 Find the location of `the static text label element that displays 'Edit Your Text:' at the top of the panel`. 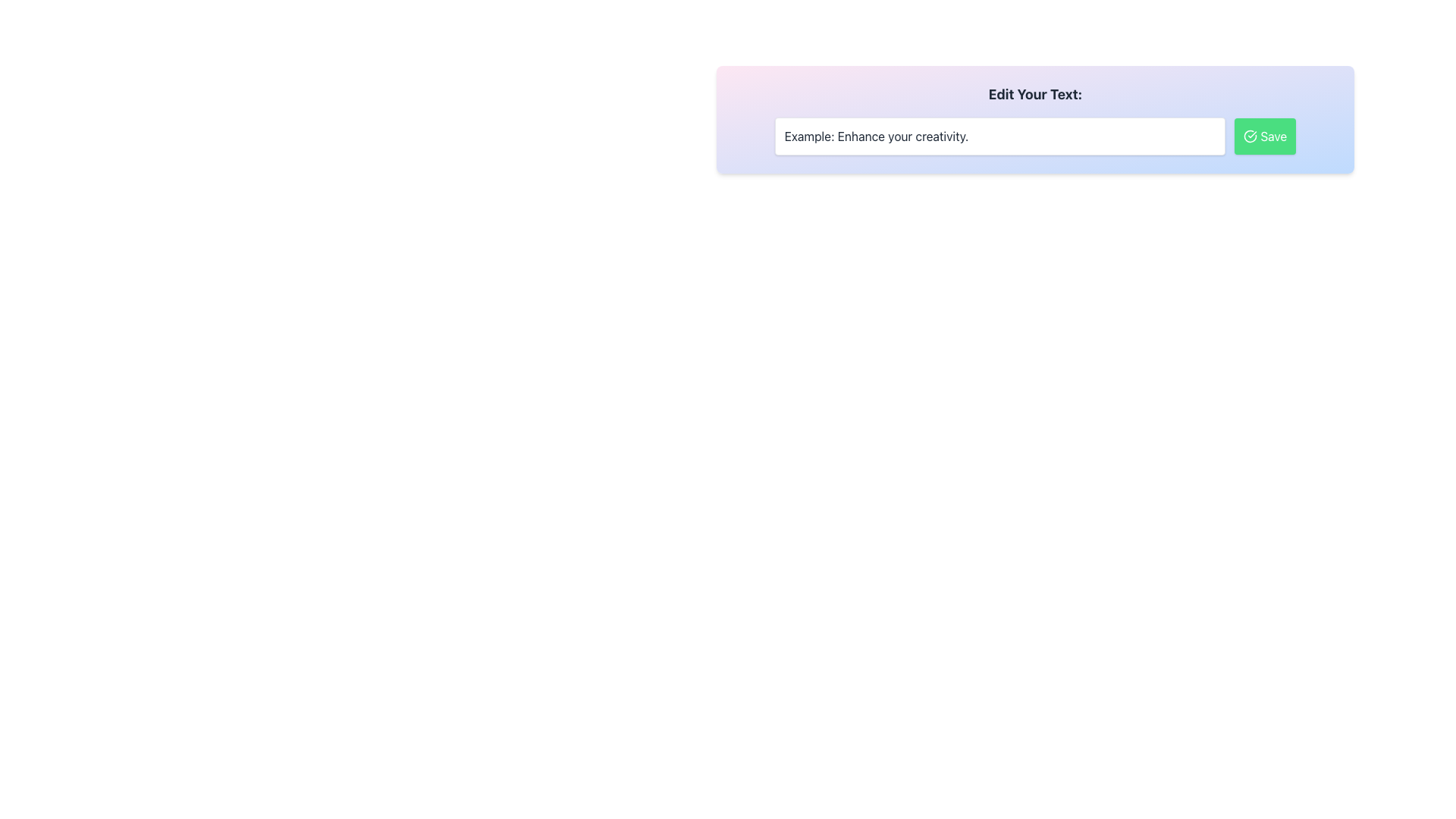

the static text label element that displays 'Edit Your Text:' at the top of the panel is located at coordinates (1034, 94).